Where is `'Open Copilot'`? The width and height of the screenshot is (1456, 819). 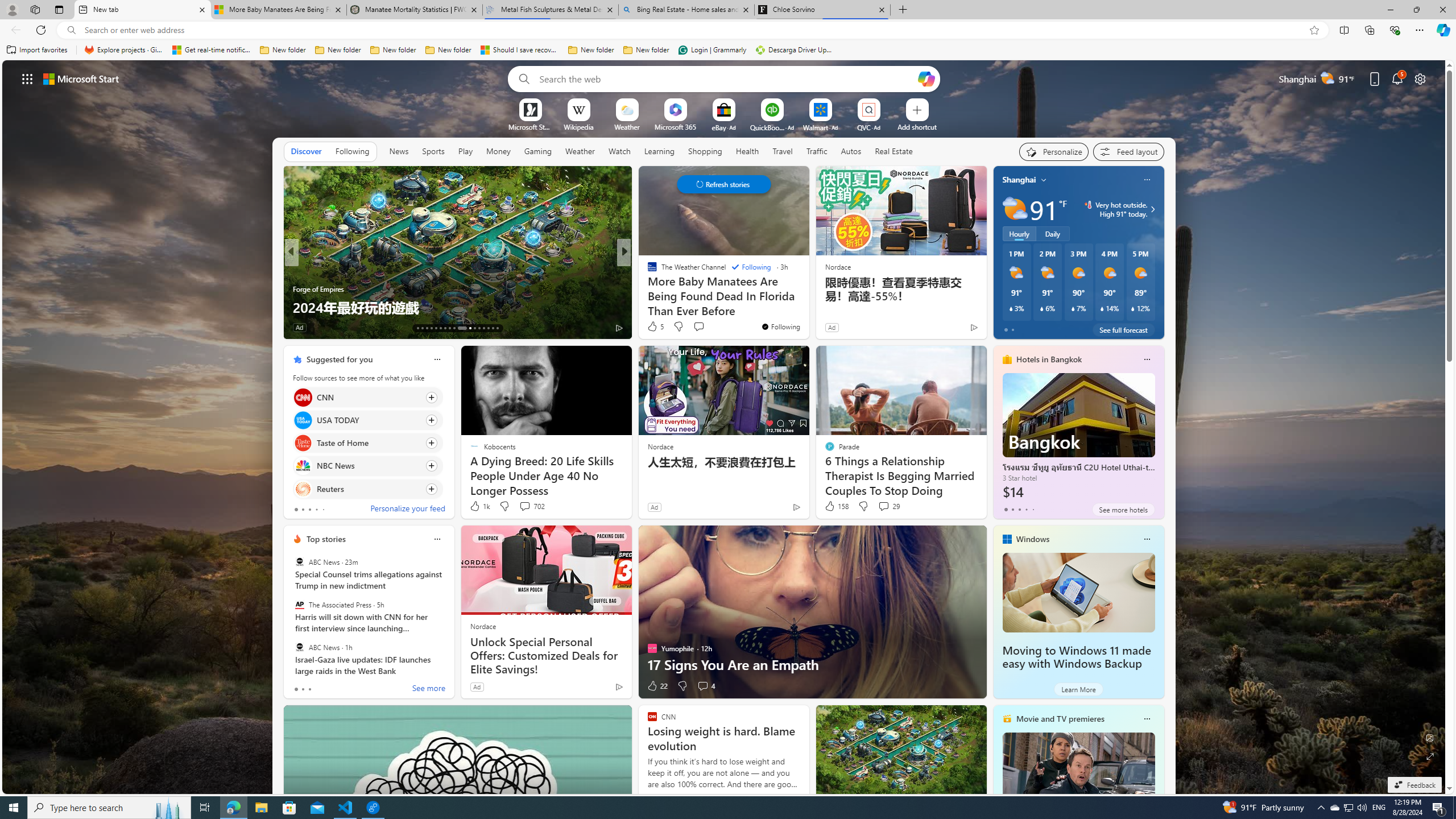 'Open Copilot' is located at coordinates (925, 78).